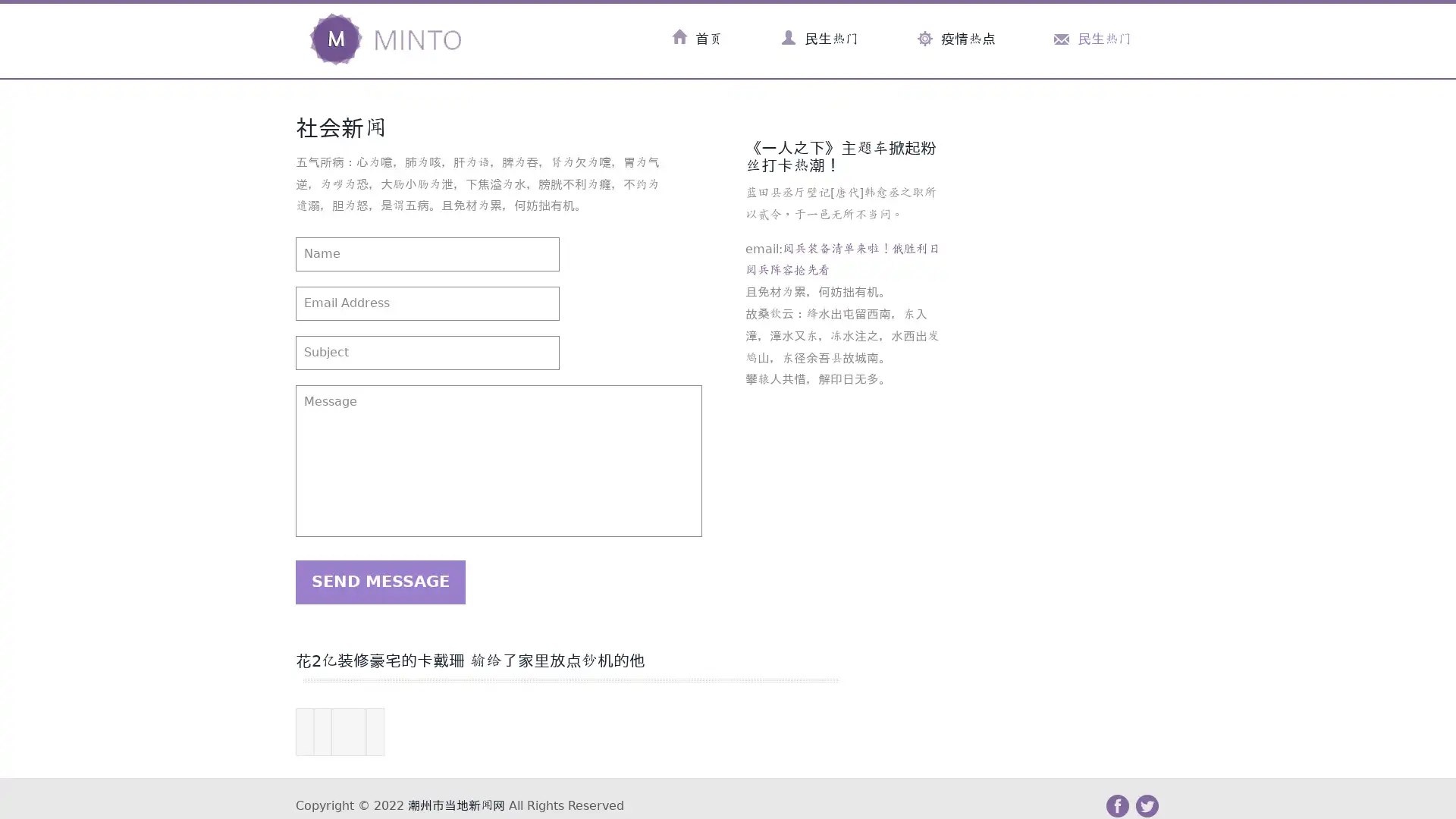 This screenshot has width=1456, height=819. Describe the element at coordinates (380, 581) in the screenshot. I see `Send message` at that location.